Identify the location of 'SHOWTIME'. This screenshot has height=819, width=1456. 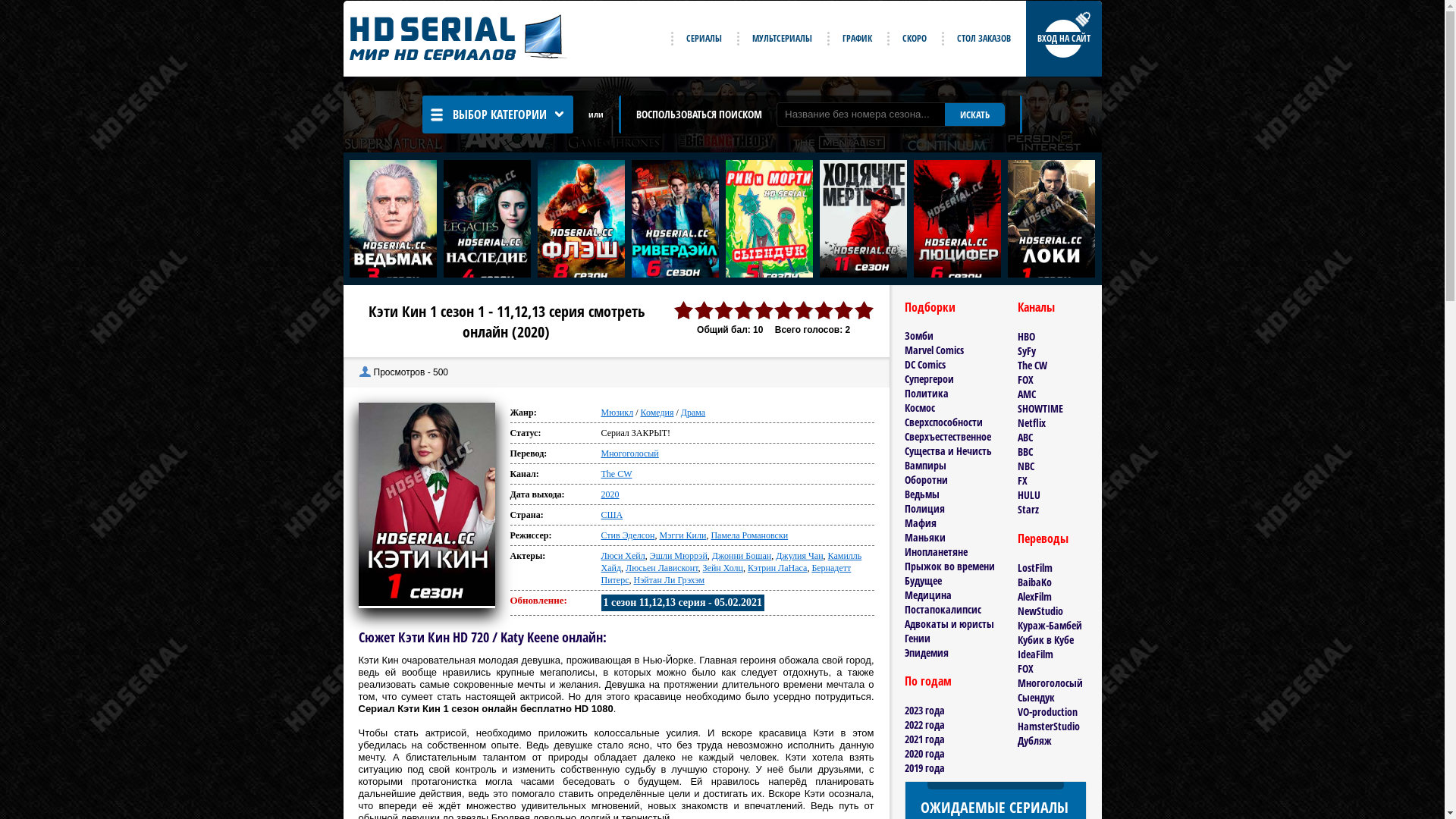
(1018, 407).